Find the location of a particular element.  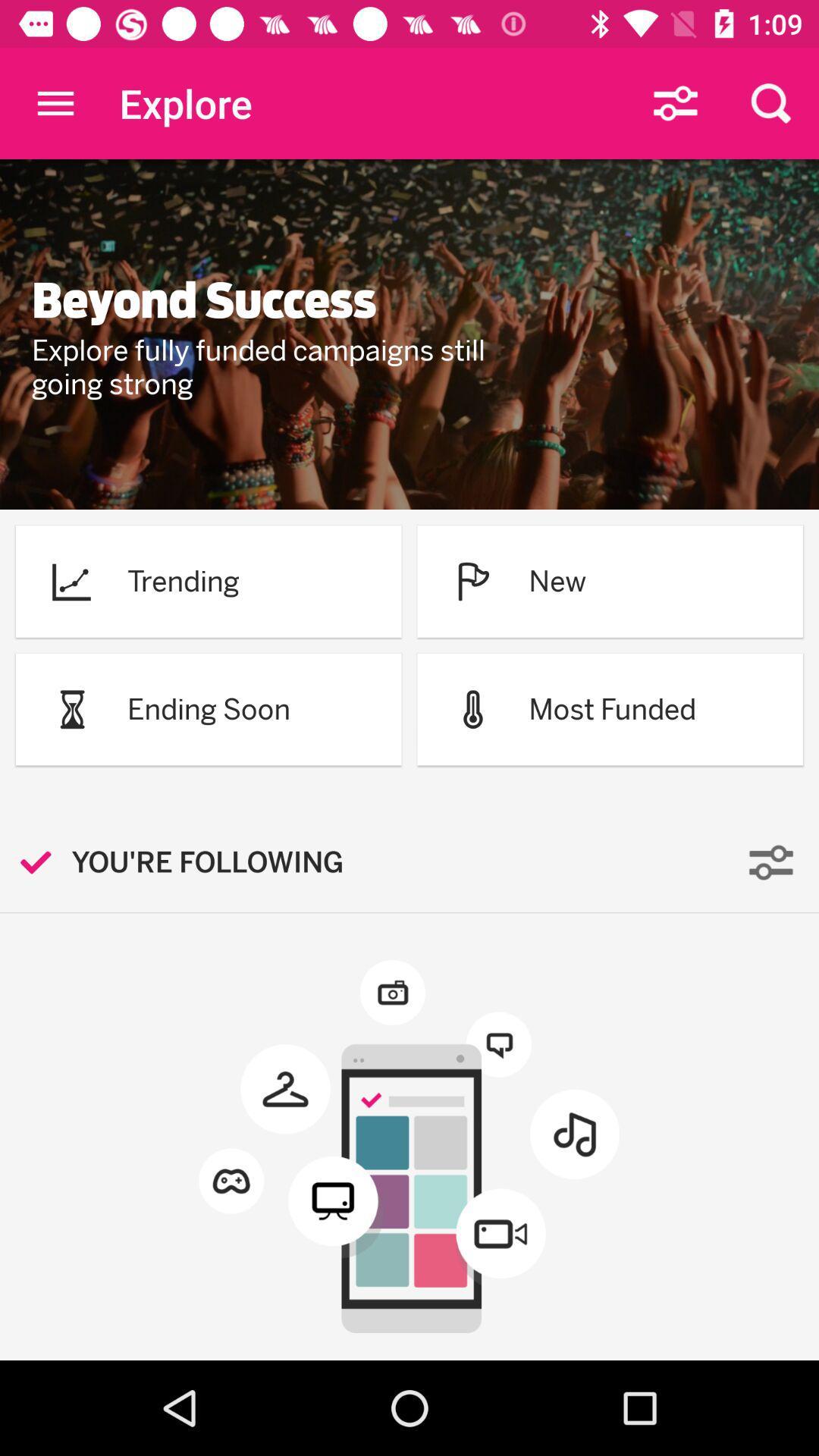

the item above most funded is located at coordinates (557, 580).